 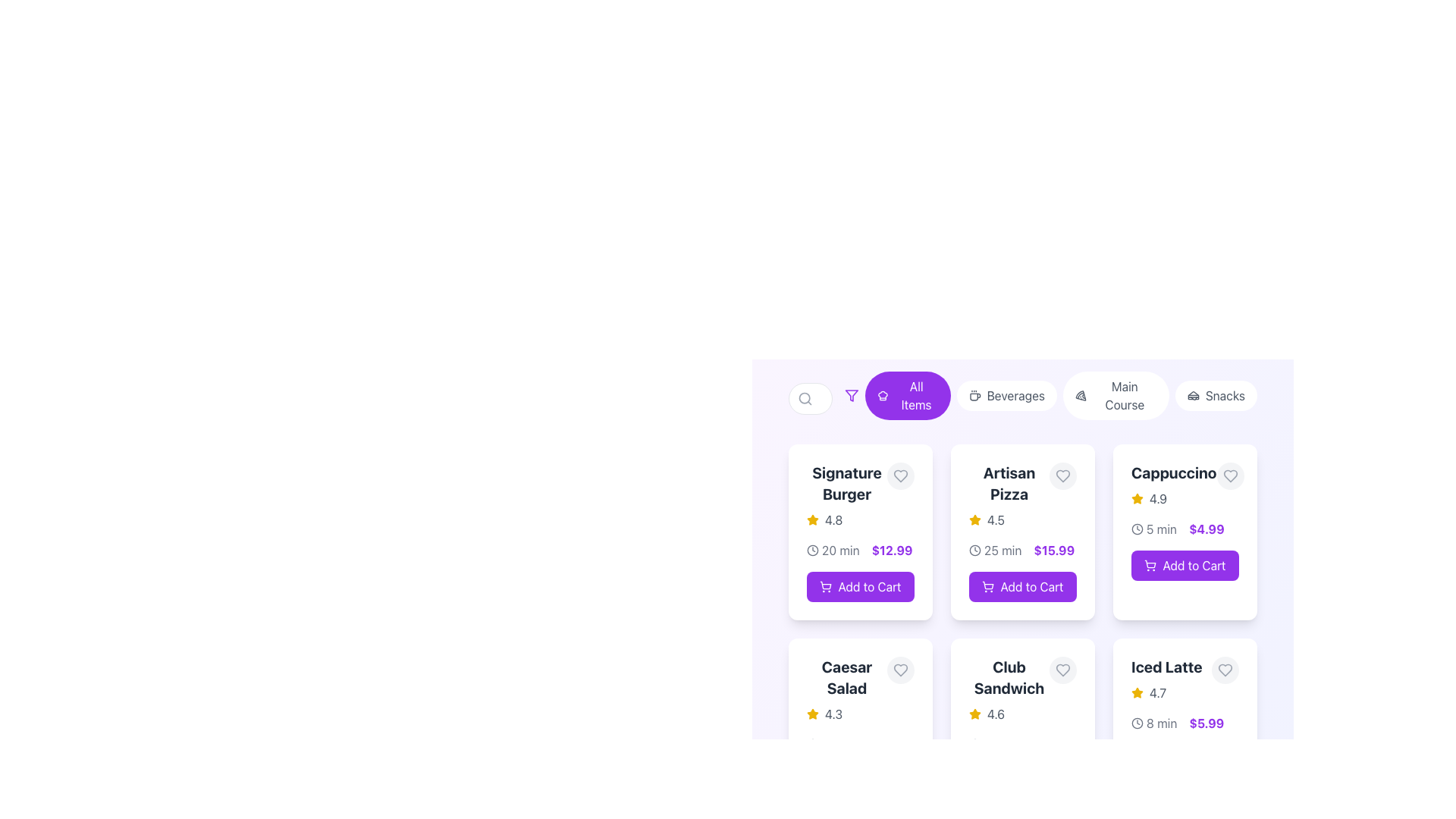 I want to click on the displayed information of the text display element titled 'Artisan Pizza' with a rating of '4.5' and a yellow star icon, so click(x=1022, y=496).